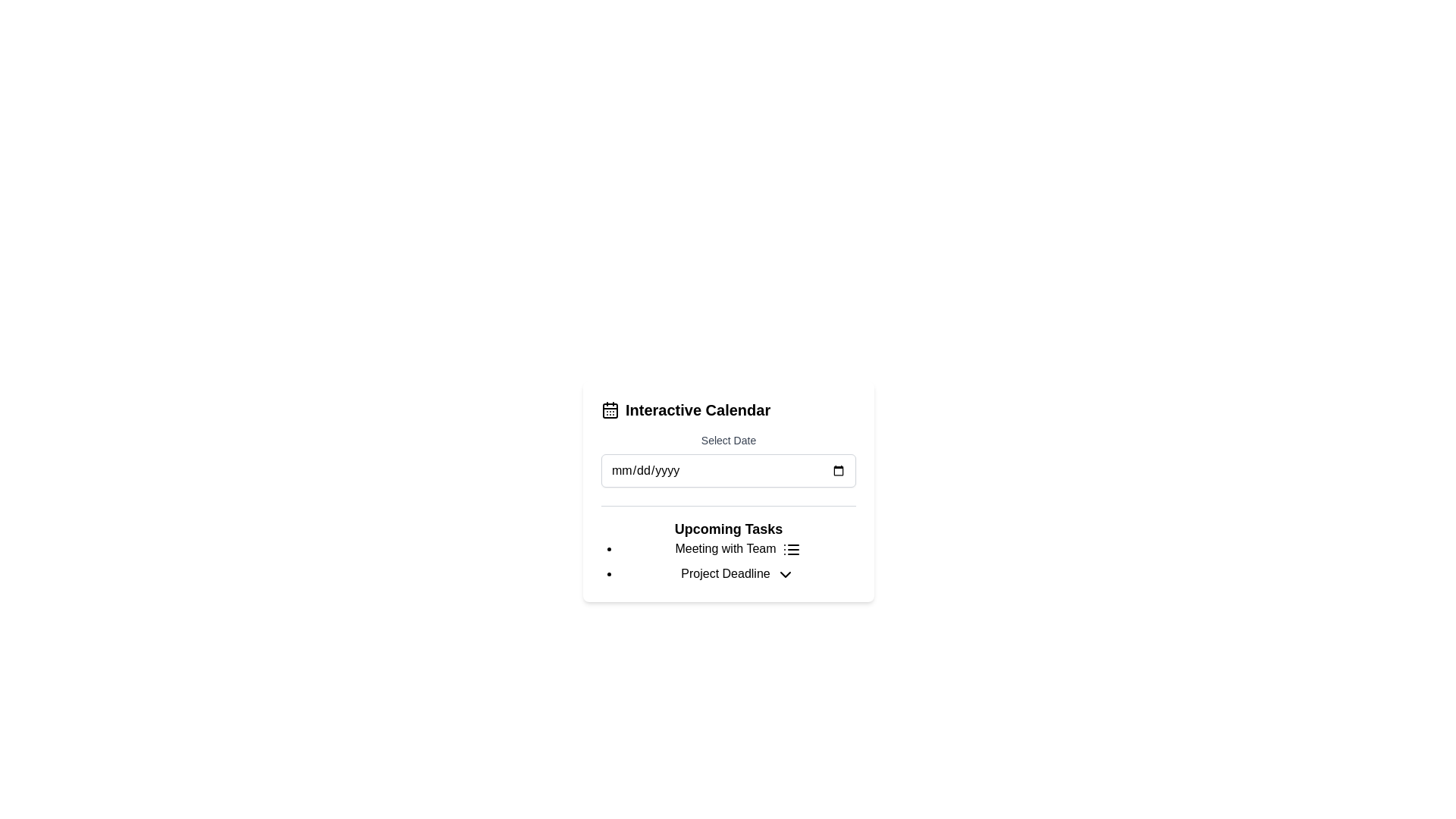 The width and height of the screenshot is (1456, 819). Describe the element at coordinates (728, 561) in the screenshot. I see `the List Item Group located beneath the 'Upcoming Tasks' heading` at that location.